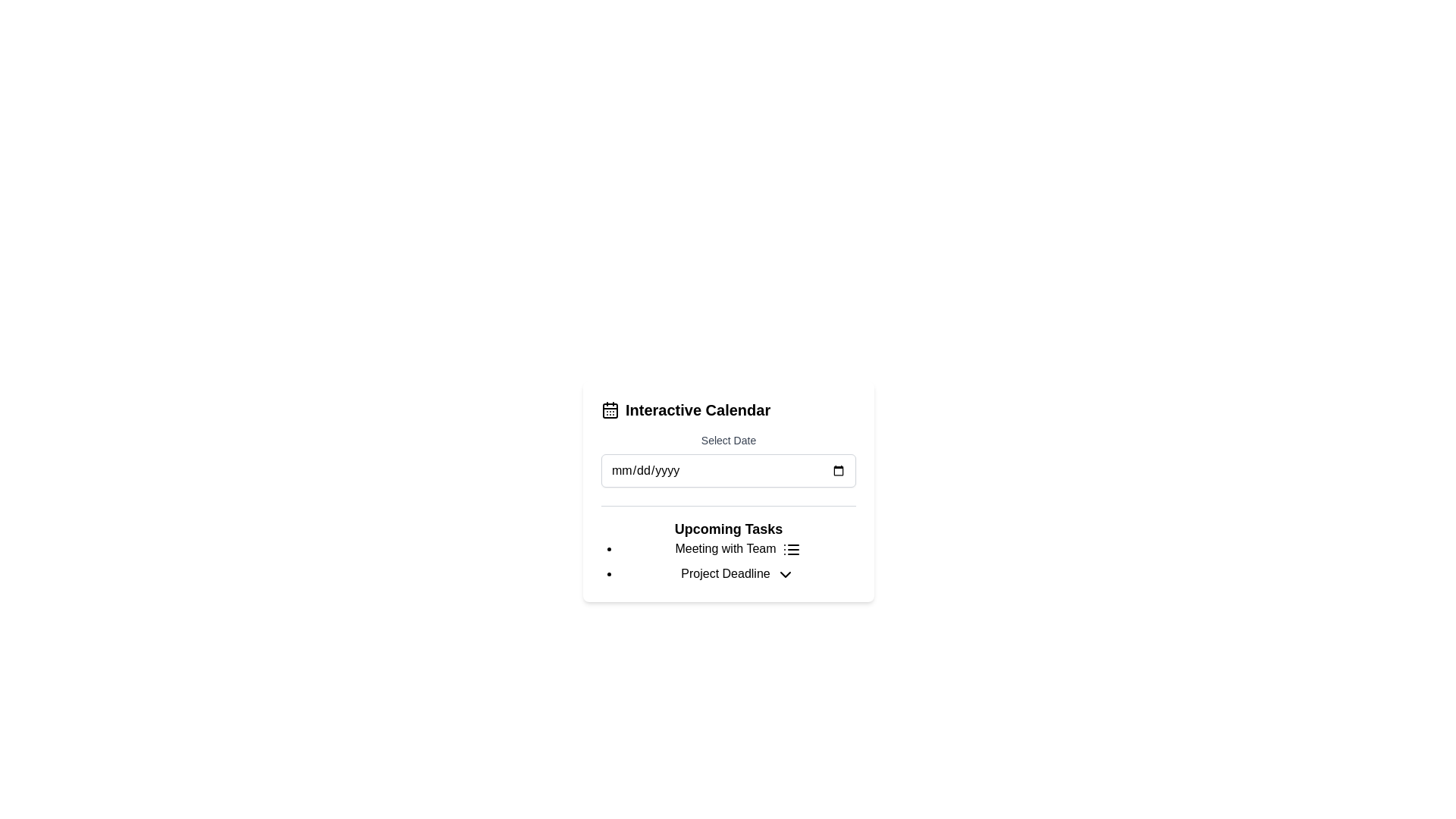 The width and height of the screenshot is (1456, 819). Describe the element at coordinates (728, 561) in the screenshot. I see `the List Item Group located beneath the 'Upcoming Tasks' heading` at that location.